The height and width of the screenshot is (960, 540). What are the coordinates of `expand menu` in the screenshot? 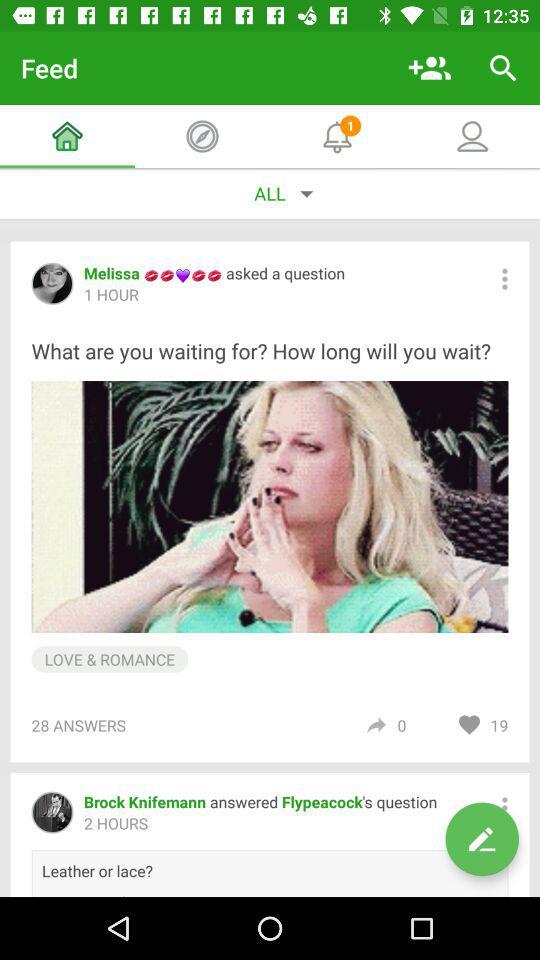 It's located at (503, 278).